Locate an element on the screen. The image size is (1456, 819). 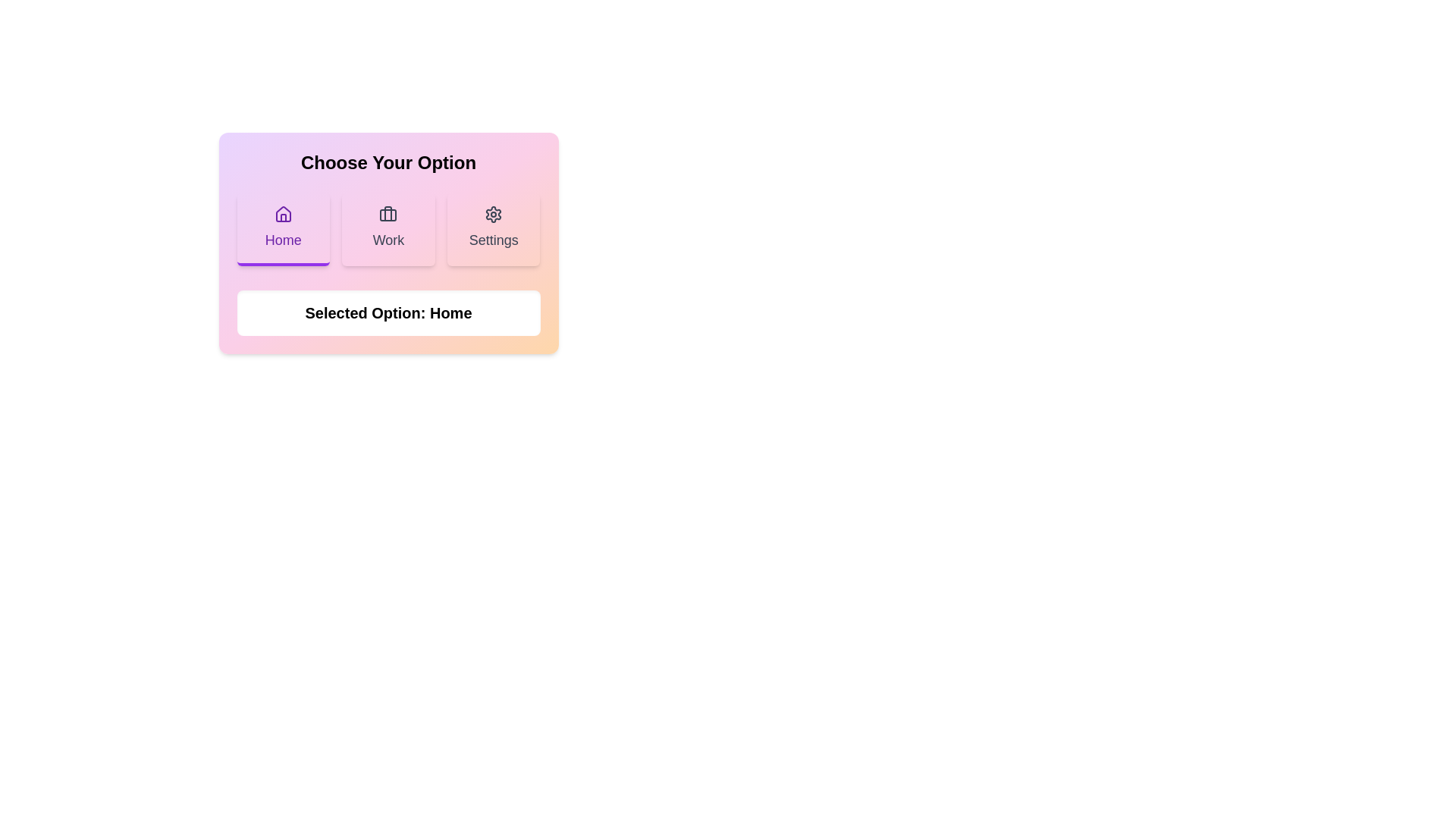
the second button in the grid layout is located at coordinates (388, 230).